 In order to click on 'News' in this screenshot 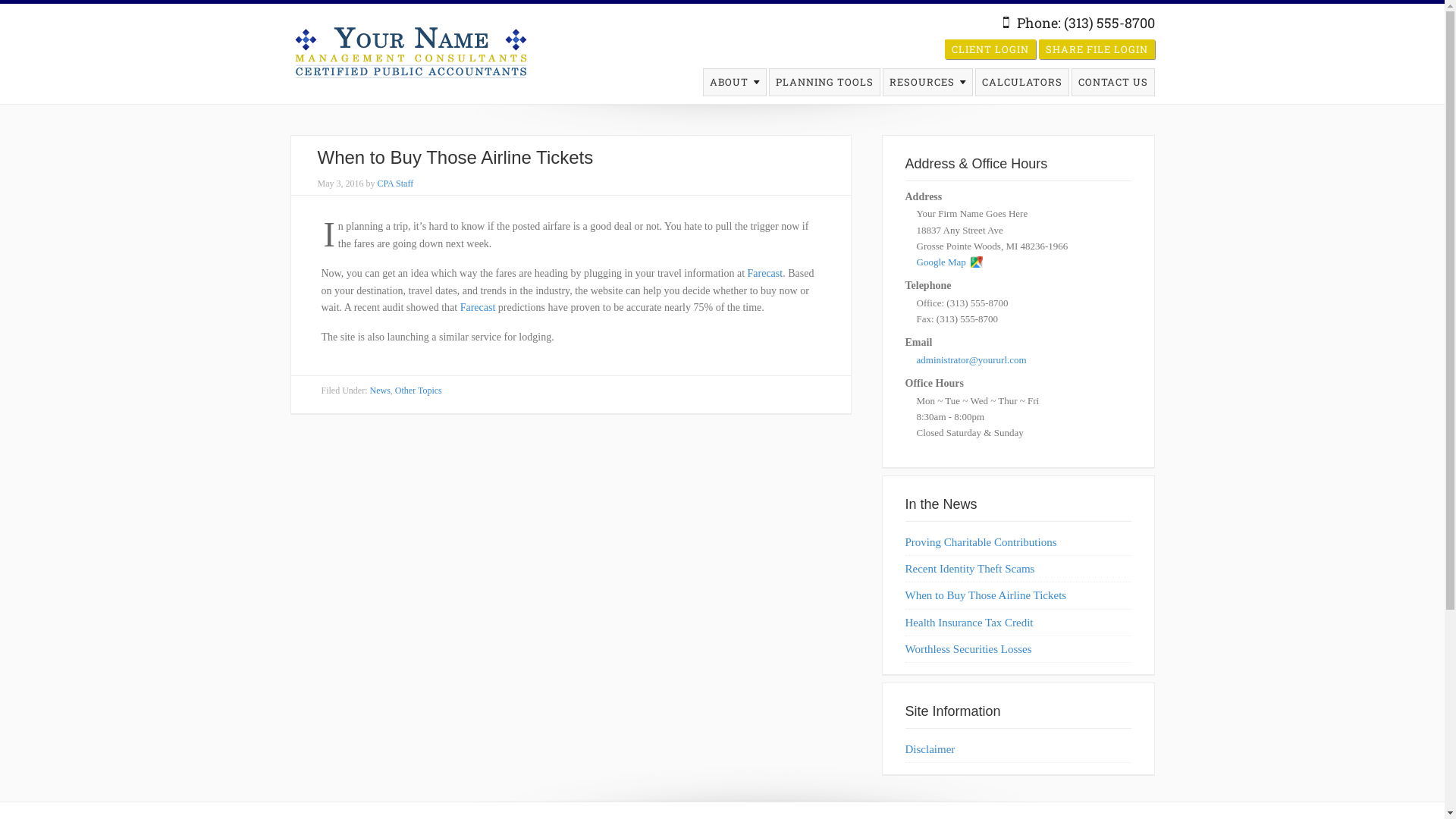, I will do `click(380, 390)`.